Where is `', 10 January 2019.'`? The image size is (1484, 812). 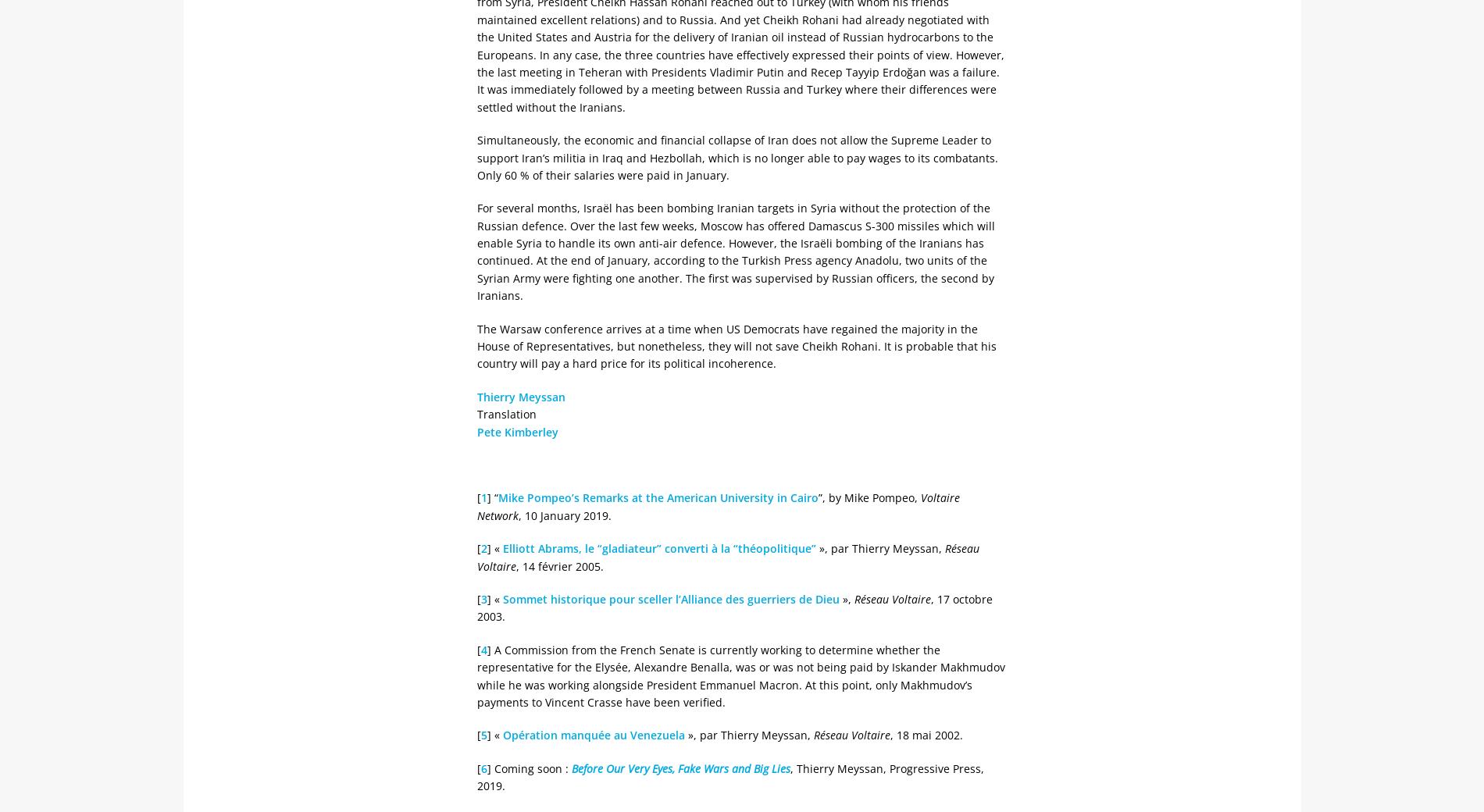 ', 10 January 2019.' is located at coordinates (564, 515).